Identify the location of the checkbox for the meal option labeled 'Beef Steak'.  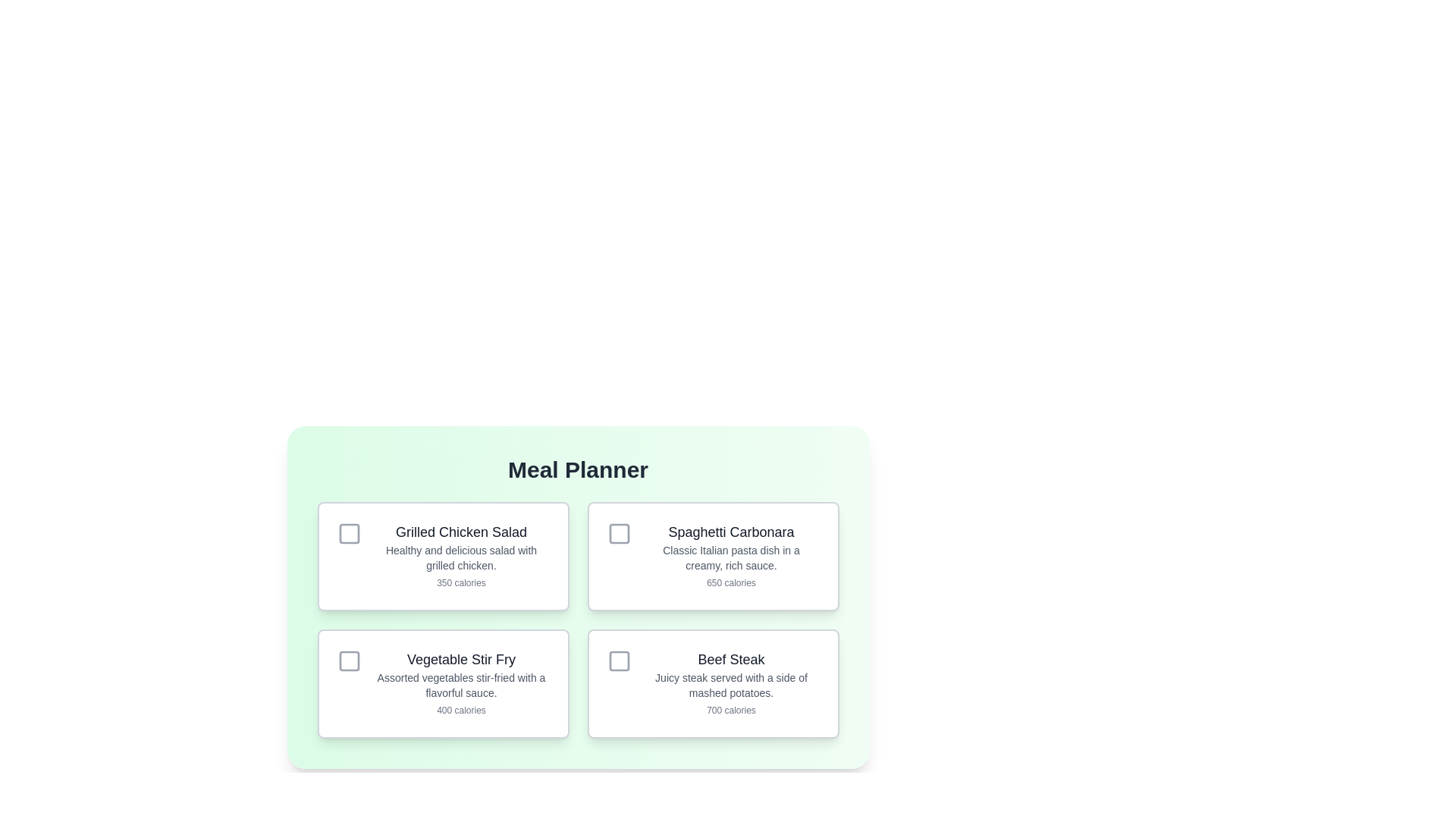
(619, 660).